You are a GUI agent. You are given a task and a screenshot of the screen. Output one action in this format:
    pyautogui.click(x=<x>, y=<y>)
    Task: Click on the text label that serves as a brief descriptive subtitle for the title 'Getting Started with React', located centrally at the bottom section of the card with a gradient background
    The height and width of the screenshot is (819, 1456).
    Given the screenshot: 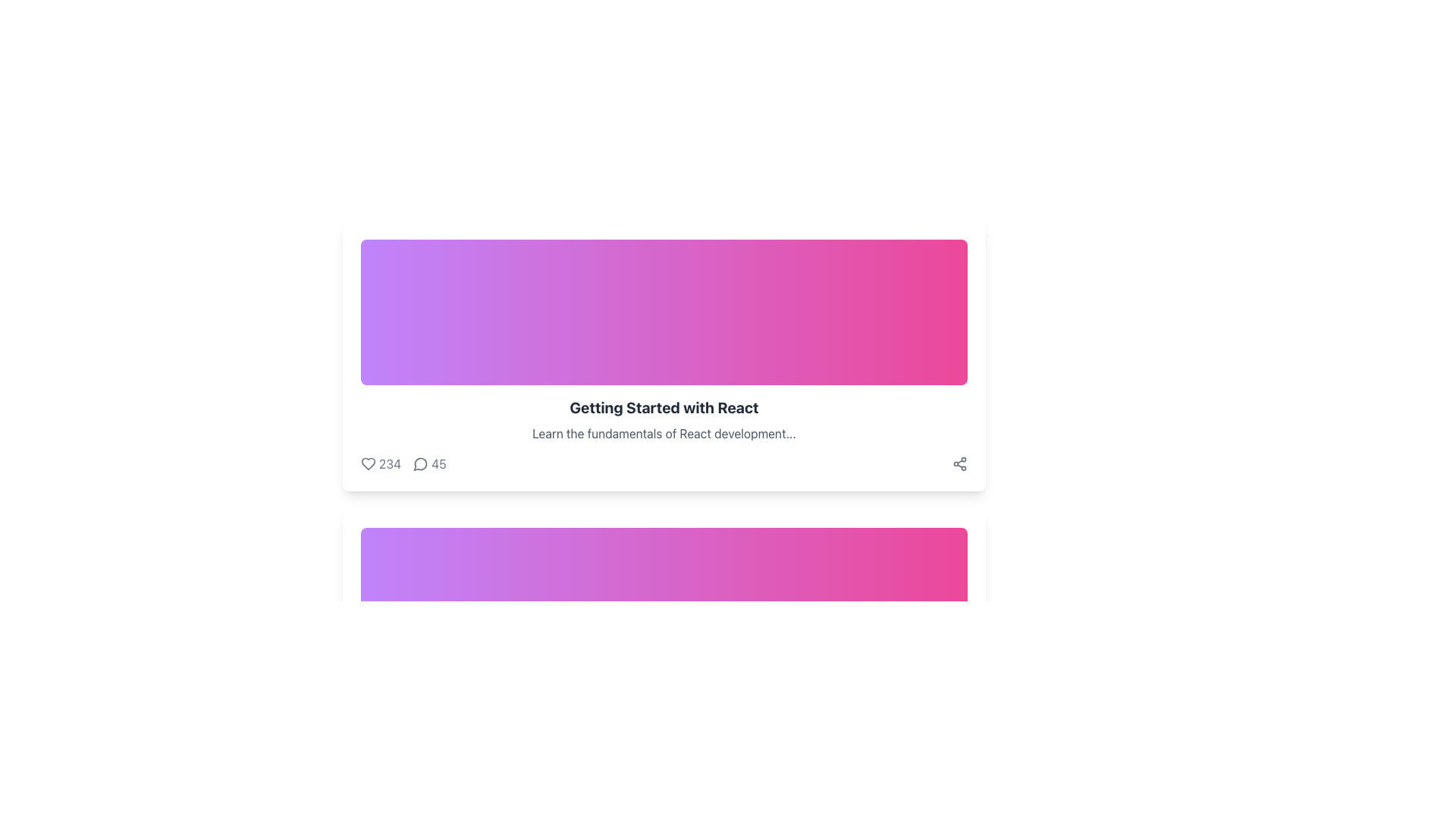 What is the action you would take?
    pyautogui.click(x=664, y=433)
    